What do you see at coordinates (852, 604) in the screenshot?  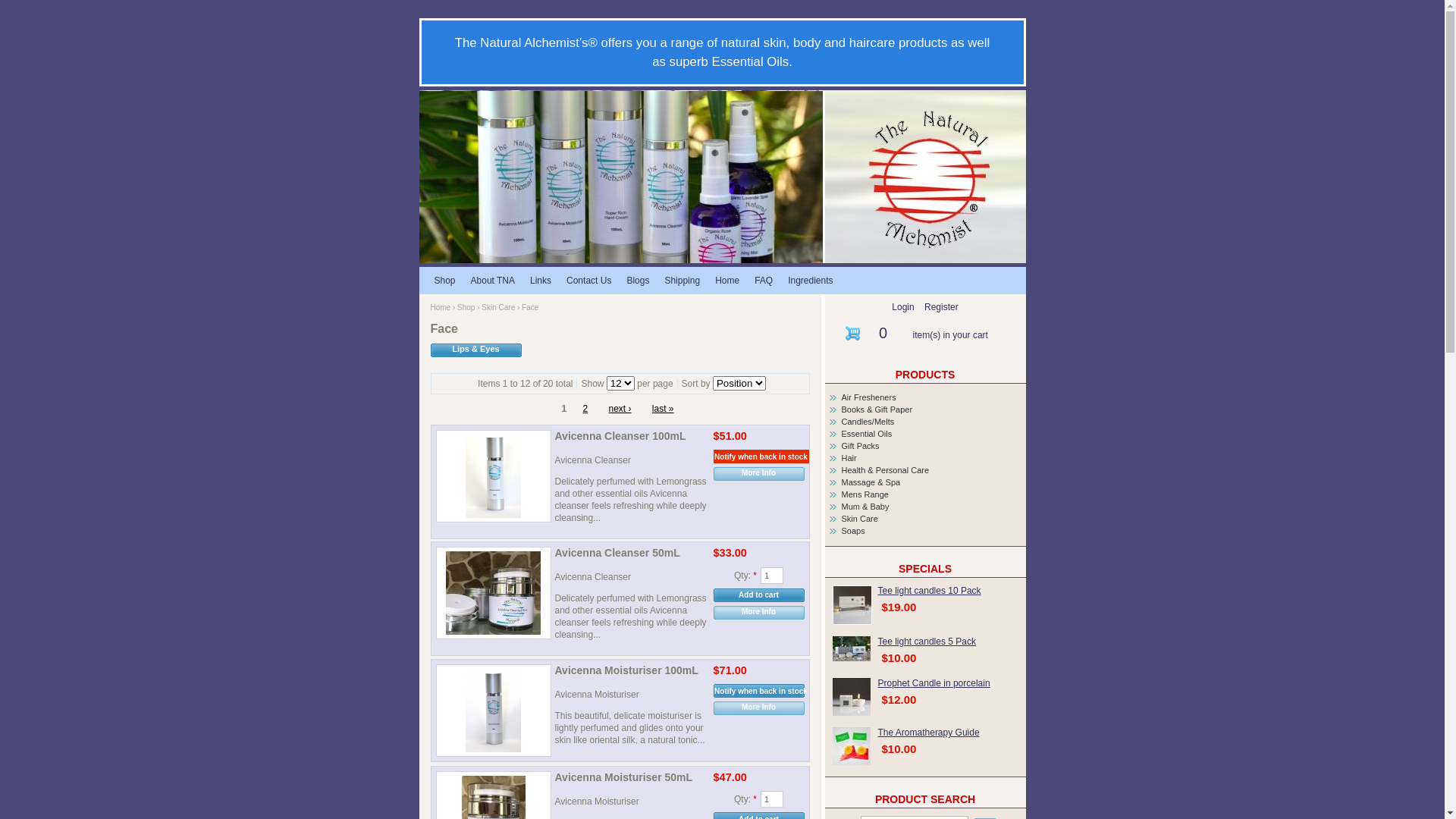 I see `'Tee light candles 10 Pack'` at bounding box center [852, 604].